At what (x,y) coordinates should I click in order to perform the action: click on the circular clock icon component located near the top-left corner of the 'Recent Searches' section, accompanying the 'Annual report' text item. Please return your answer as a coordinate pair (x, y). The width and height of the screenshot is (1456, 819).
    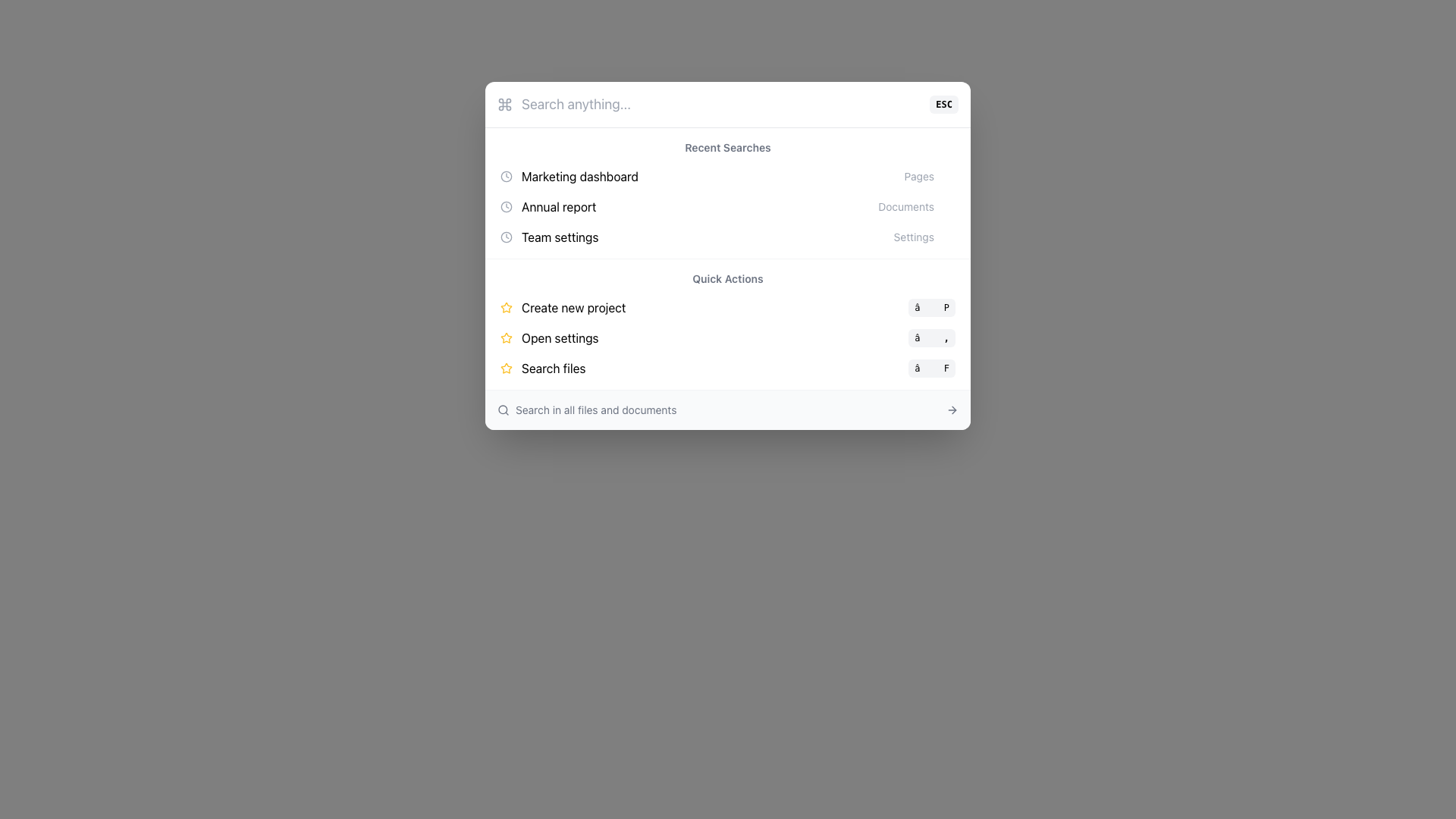
    Looking at the image, I should click on (506, 175).